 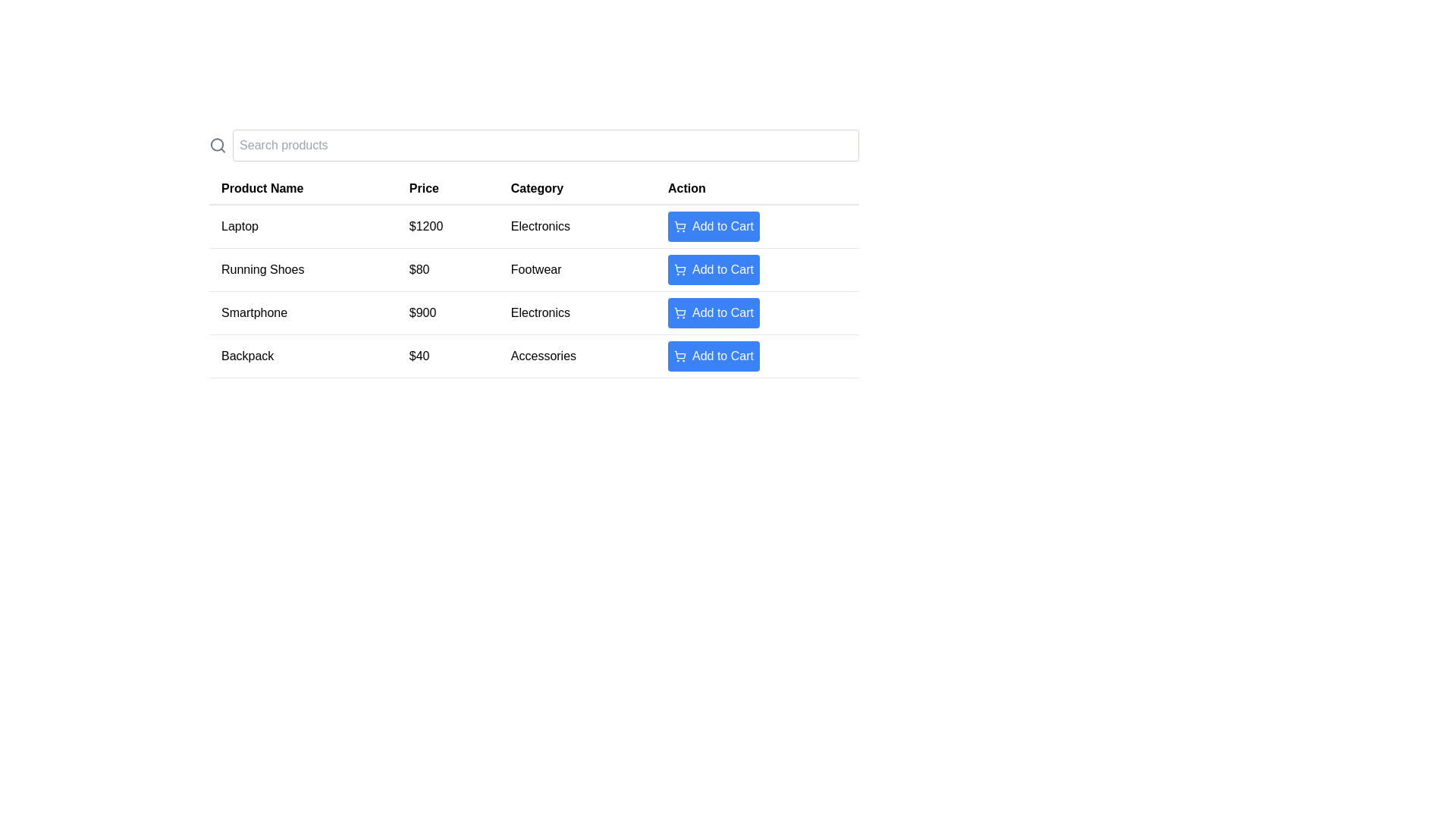 What do you see at coordinates (722, 356) in the screenshot?
I see `the 'Add to Cart' button with a blue background and white text, located at the 'Backpack' product entry in the table, to provide potential visual feedback` at bounding box center [722, 356].